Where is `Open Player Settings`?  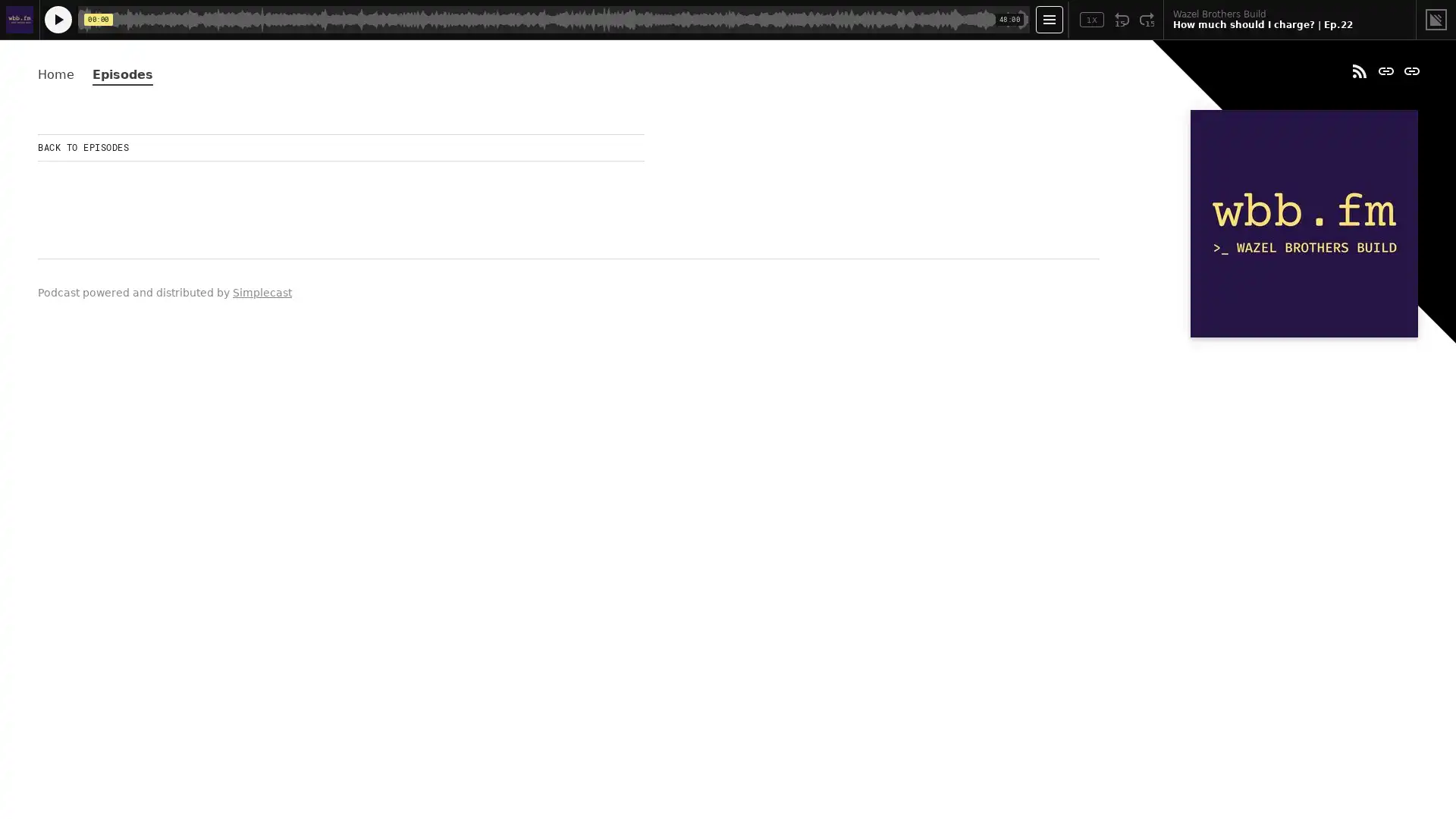 Open Player Settings is located at coordinates (1048, 20).